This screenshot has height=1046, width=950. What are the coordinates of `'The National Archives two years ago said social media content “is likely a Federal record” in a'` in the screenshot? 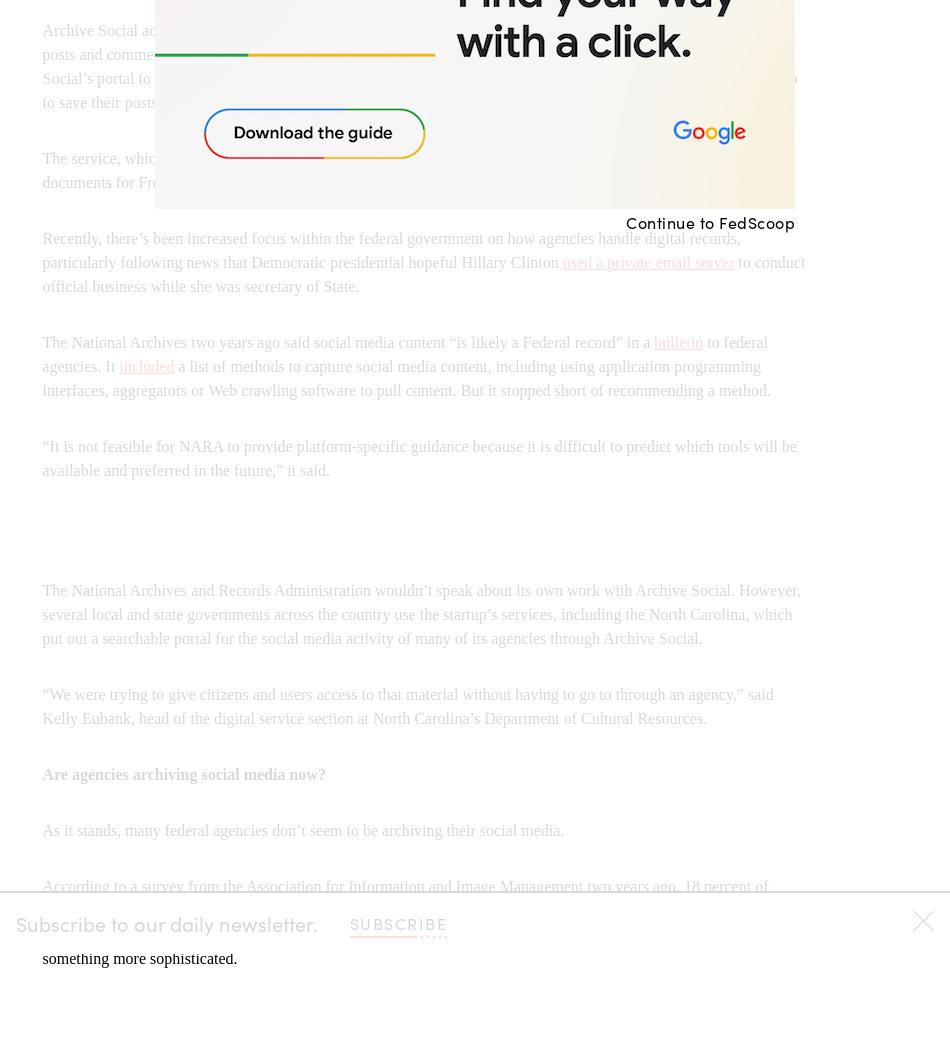 It's located at (346, 341).